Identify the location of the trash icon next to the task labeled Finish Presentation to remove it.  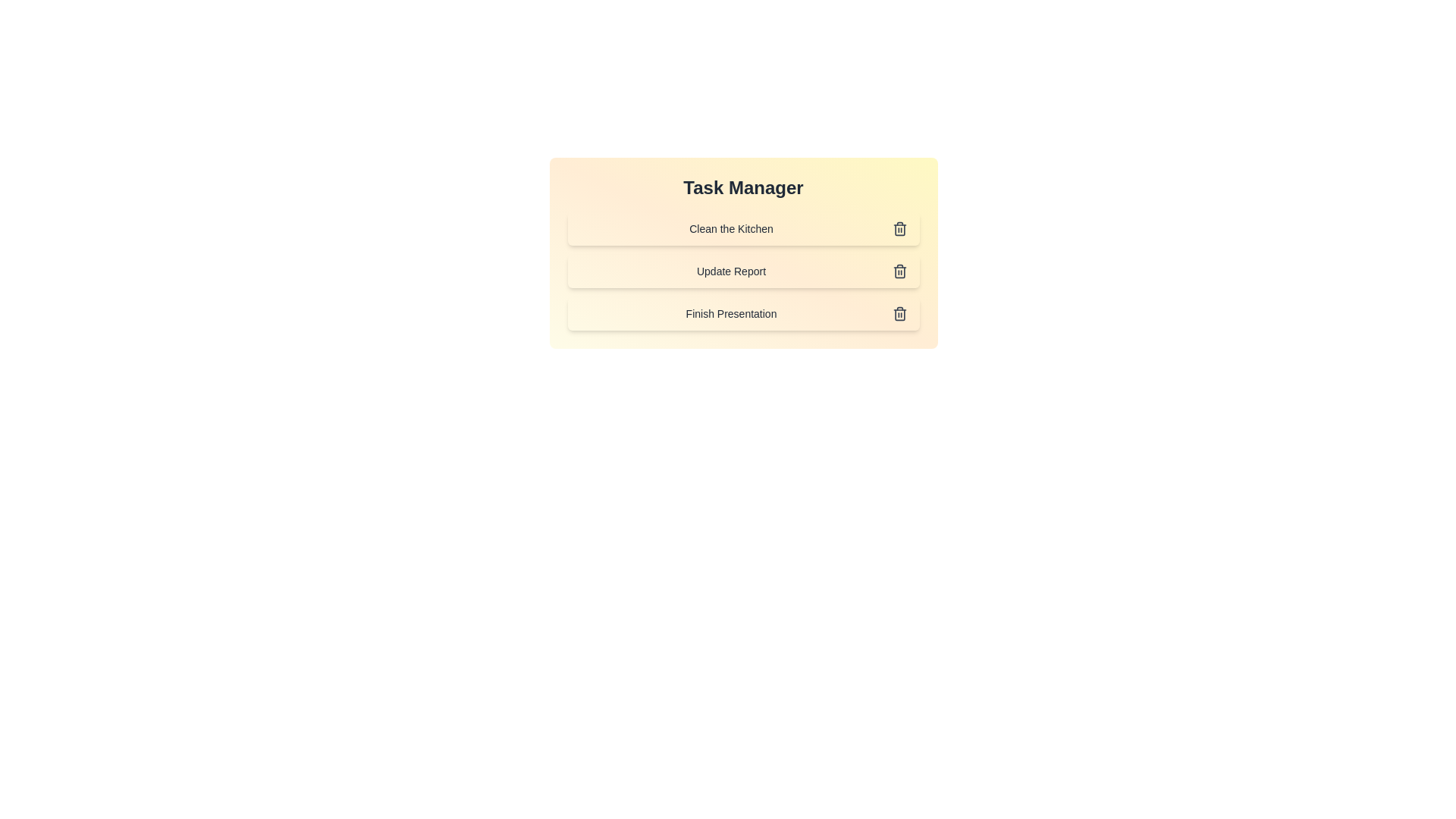
(899, 312).